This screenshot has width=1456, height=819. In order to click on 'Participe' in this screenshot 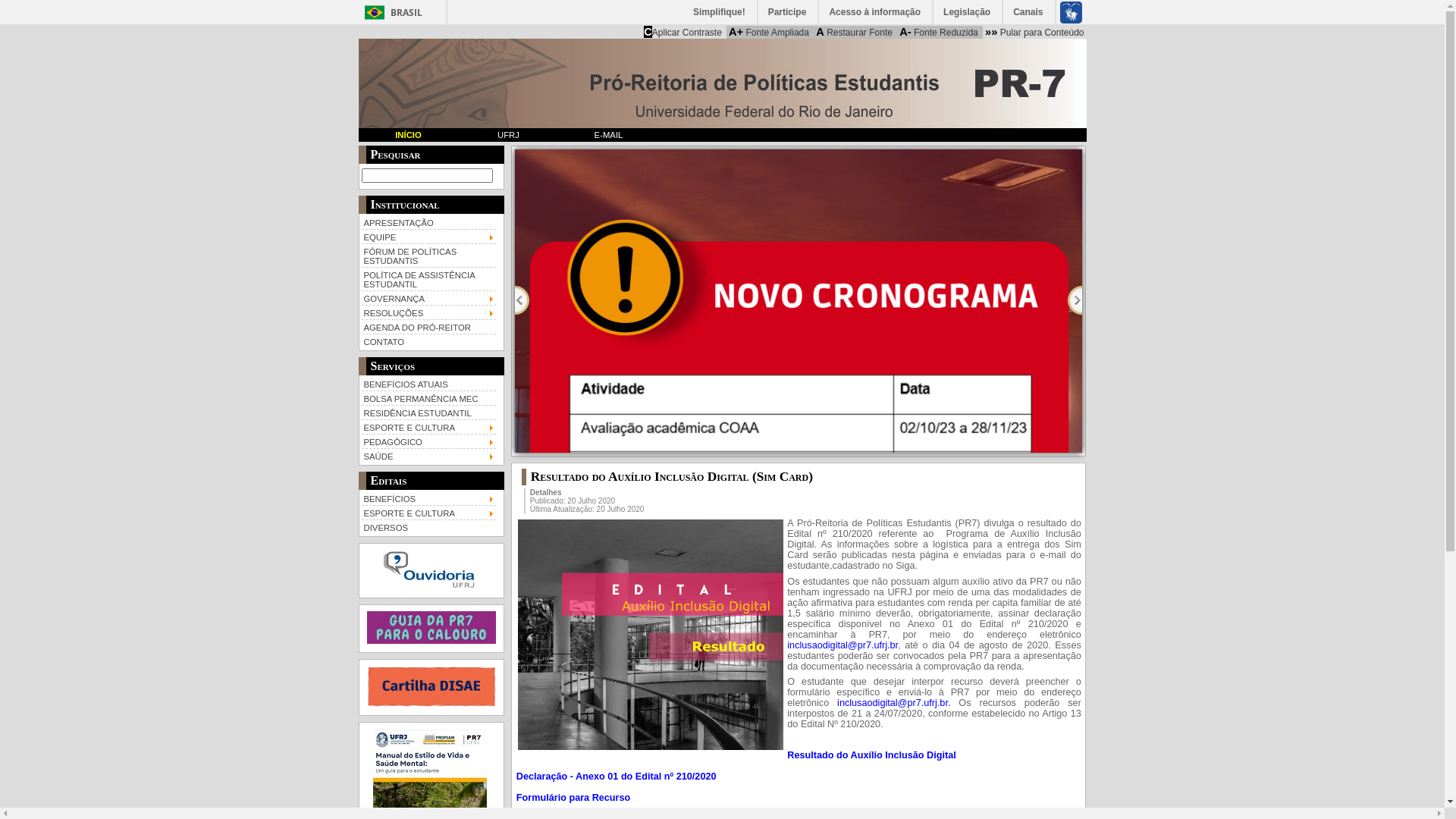, I will do `click(758, 11)`.